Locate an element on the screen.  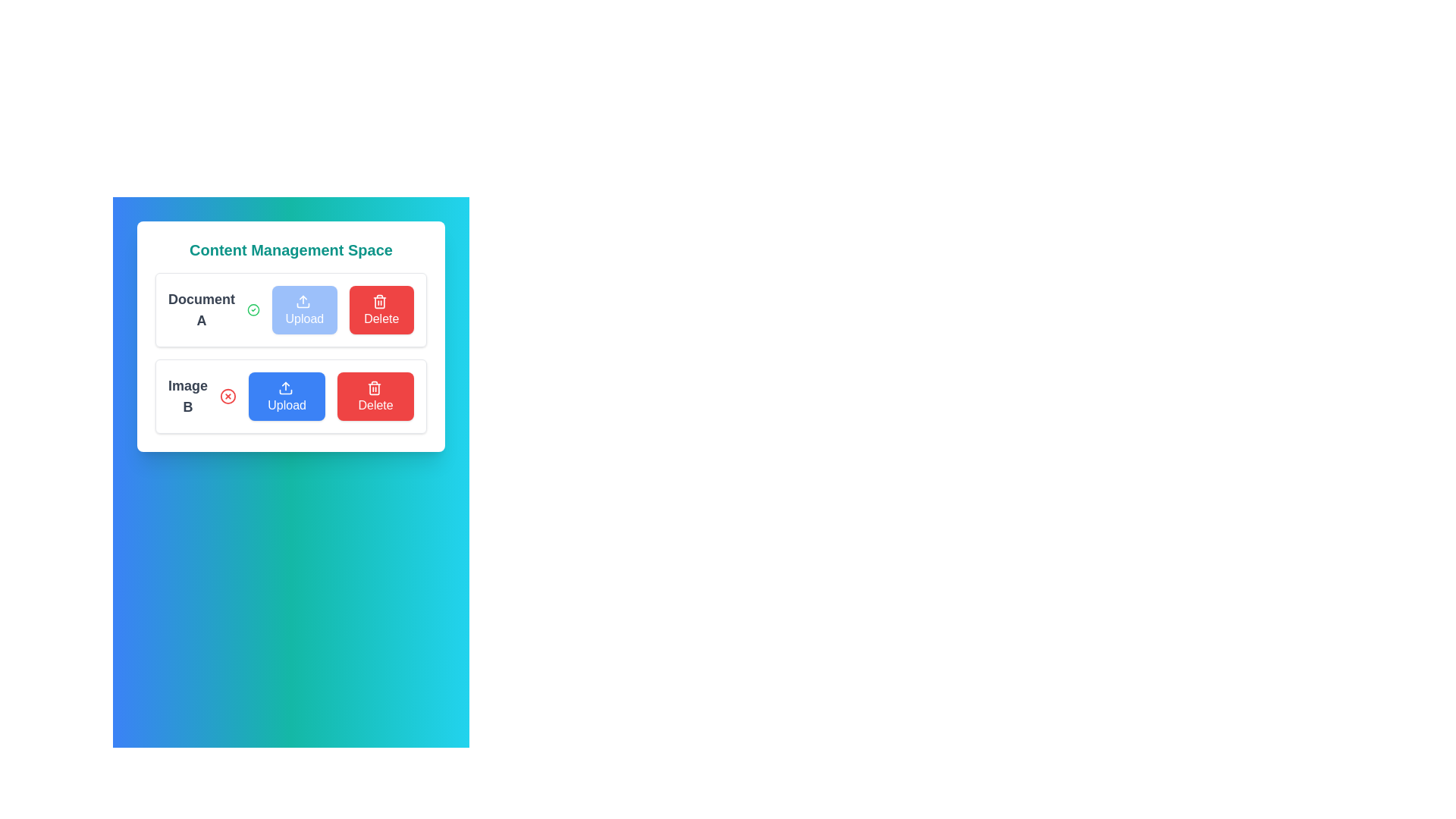
the upload icon represented by a small SVG icon with a wireframe outline and an upward-facing arrow, located in the 'Image B' section of the interface is located at coordinates (303, 301).